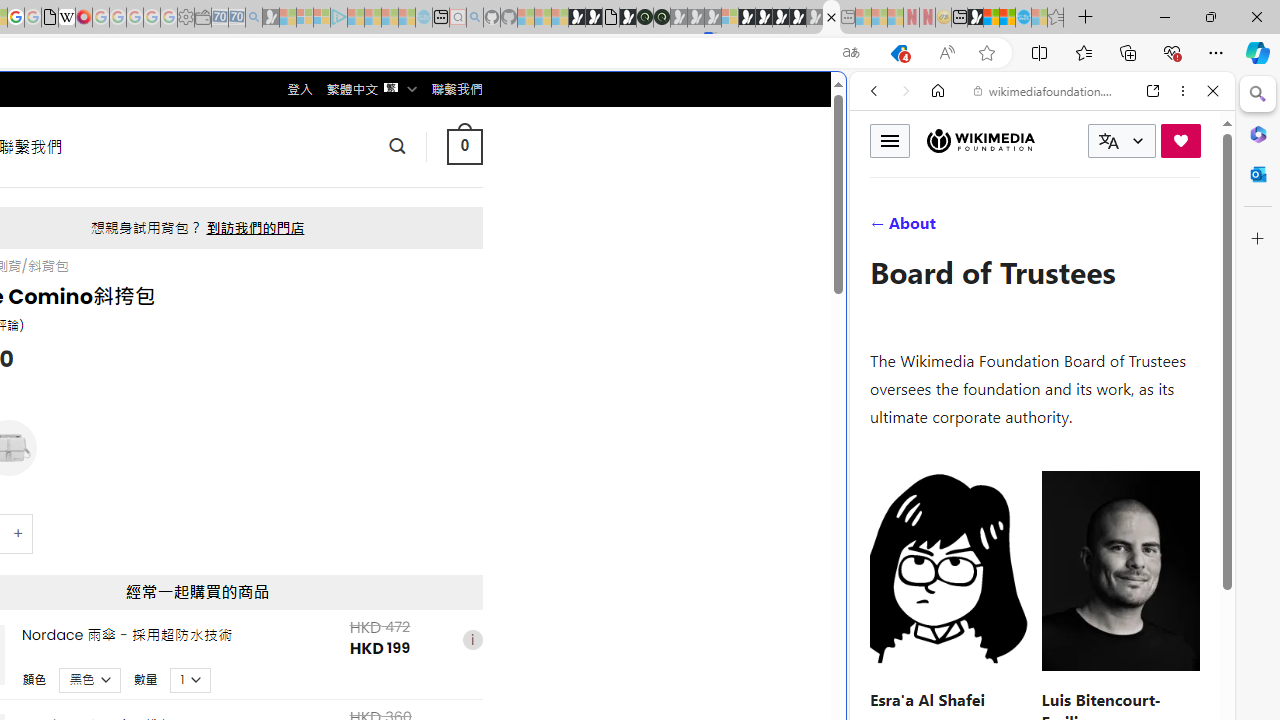  What do you see at coordinates (67, 17) in the screenshot?
I see `'Target page - Wikipedia'` at bounding box center [67, 17].